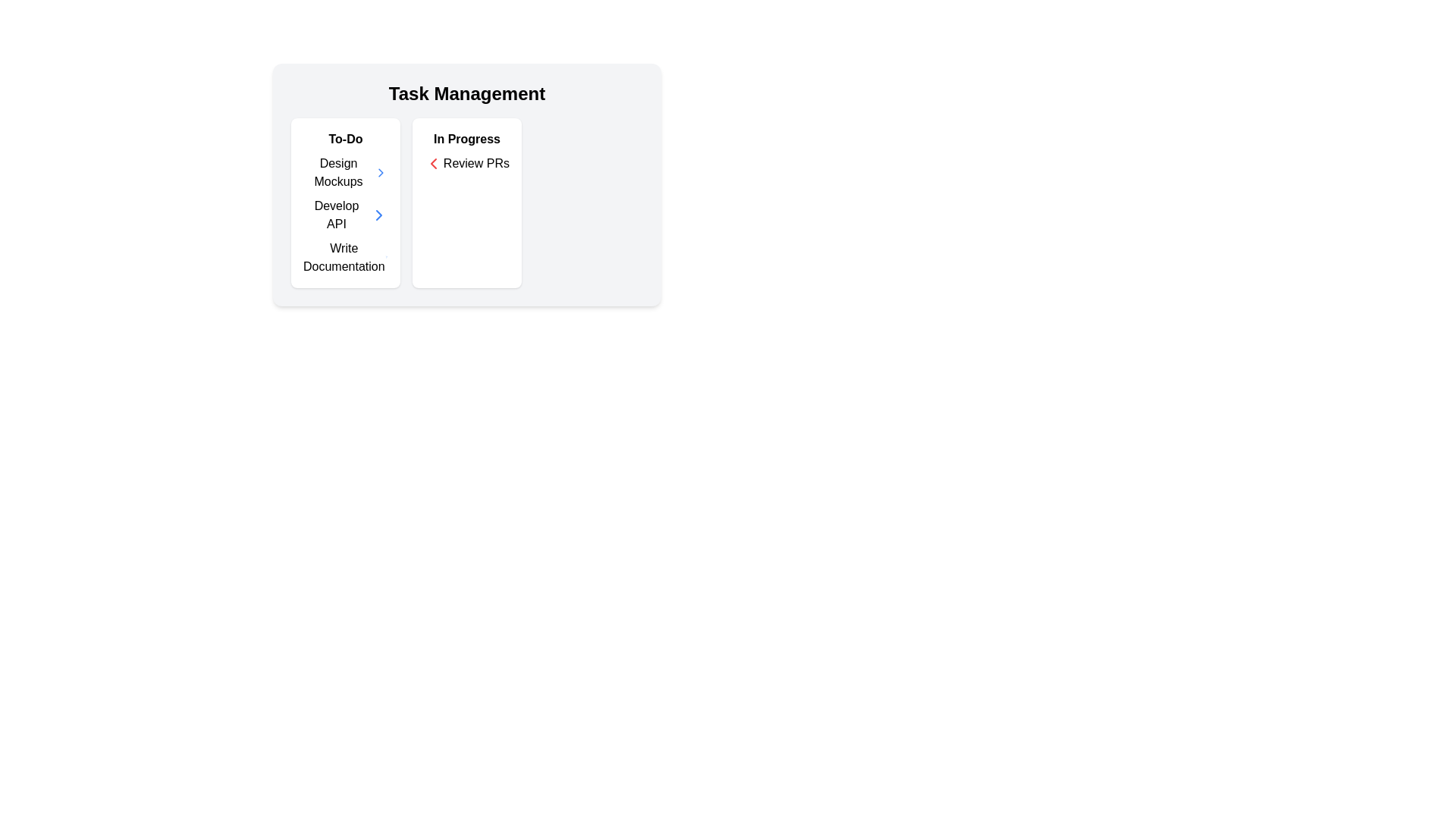 This screenshot has height=819, width=1456. What do you see at coordinates (345, 256) in the screenshot?
I see `the chevron icon associated with the 'Write Documentation' task item in the To-Do list to navigate to a detailed view` at bounding box center [345, 256].